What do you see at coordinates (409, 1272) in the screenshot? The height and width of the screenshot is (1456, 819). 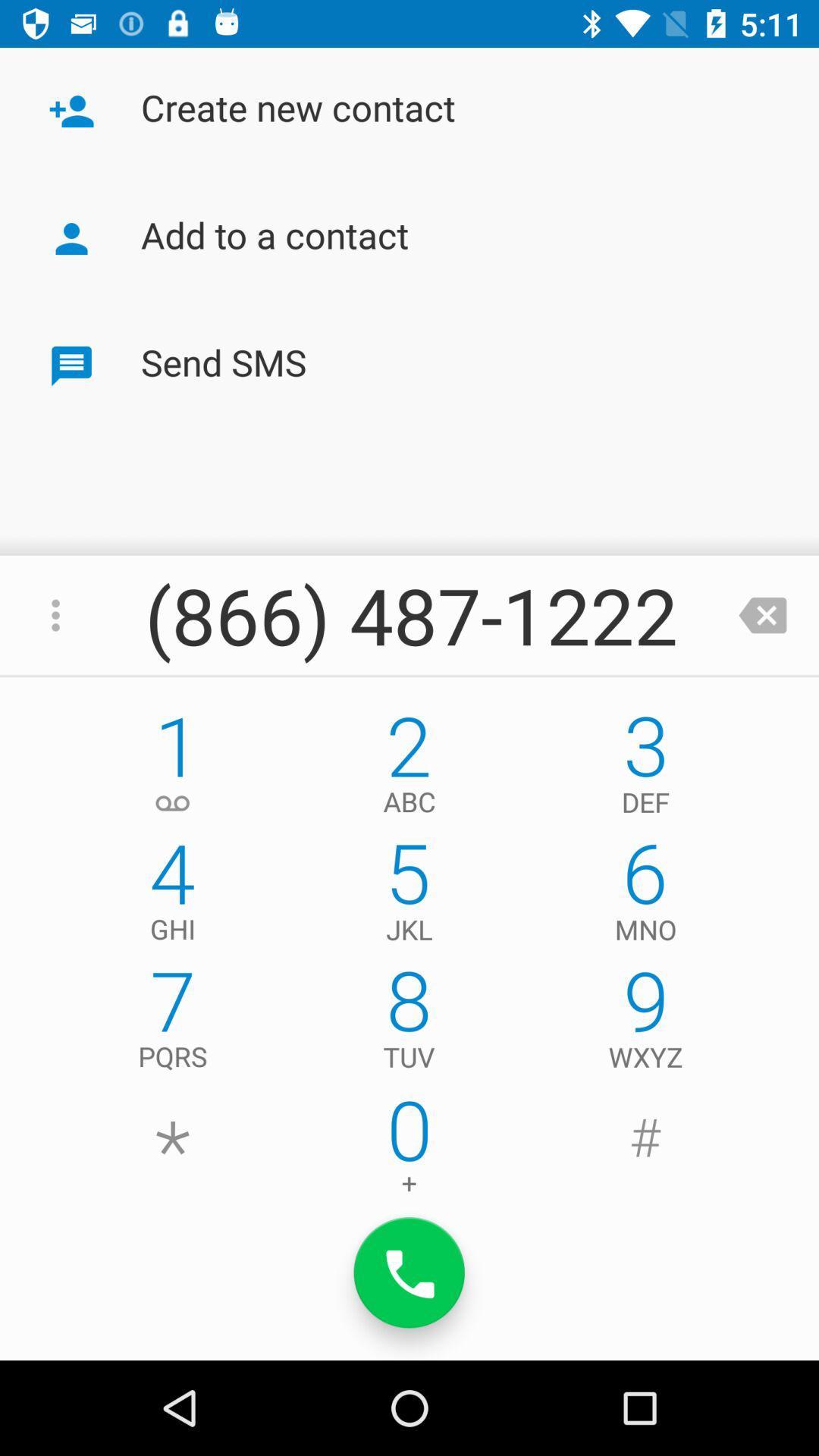 I see `the call icon` at bounding box center [409, 1272].